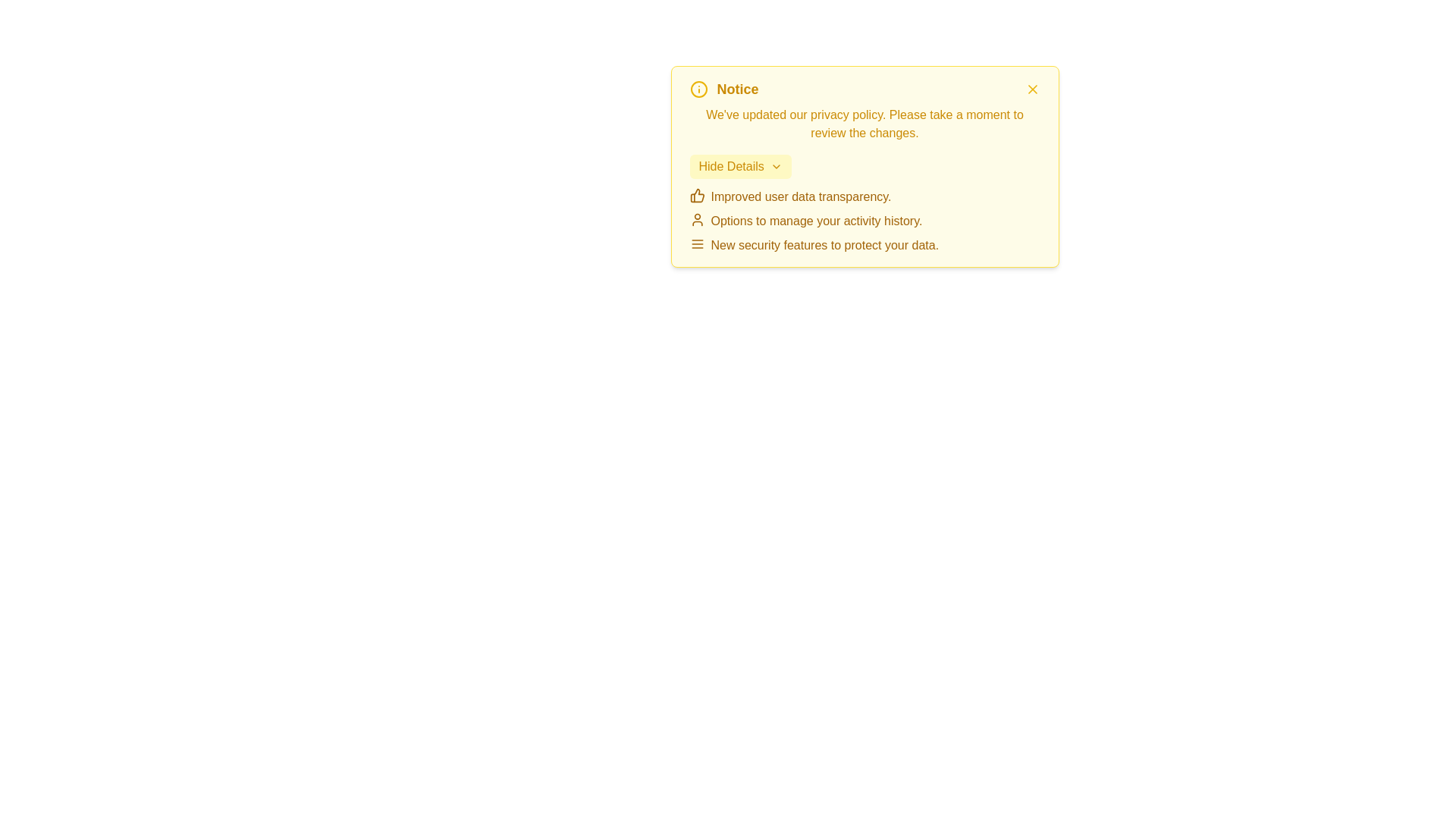 This screenshot has width=1456, height=819. I want to click on the yellow cross-like button in the top-right corner of the notice box, so click(1031, 89).